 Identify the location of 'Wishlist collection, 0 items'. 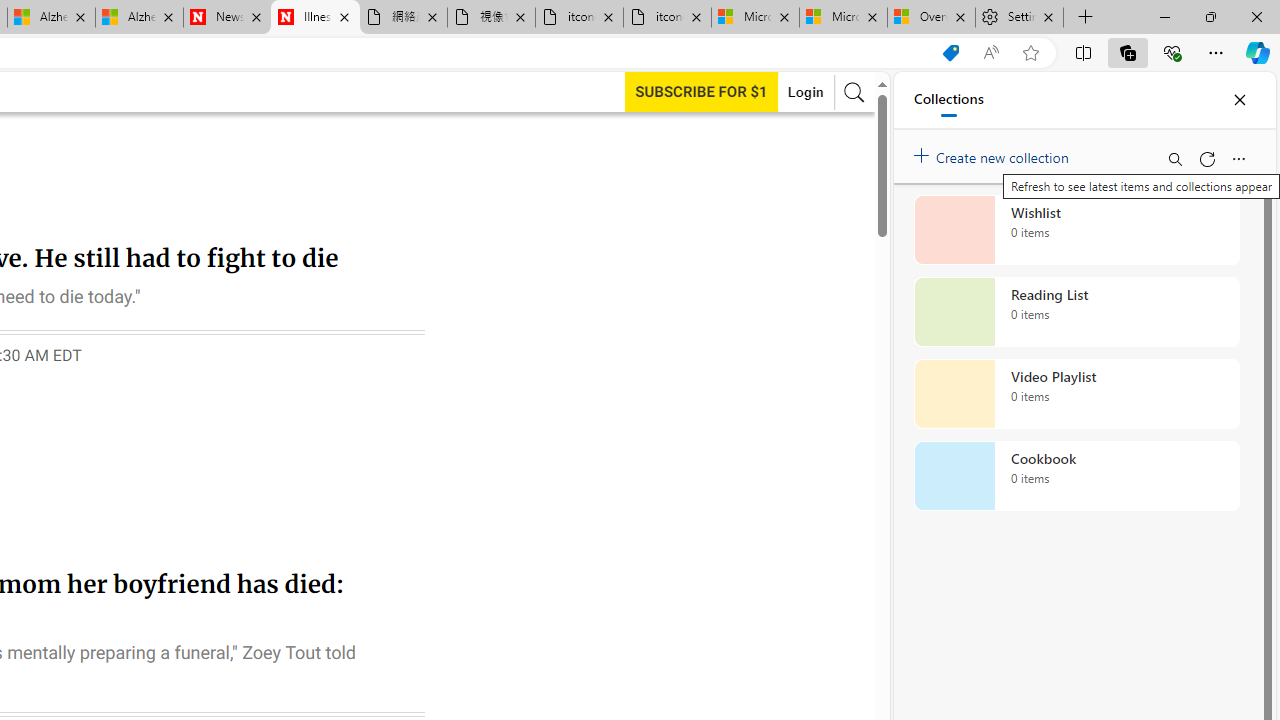
(1076, 229).